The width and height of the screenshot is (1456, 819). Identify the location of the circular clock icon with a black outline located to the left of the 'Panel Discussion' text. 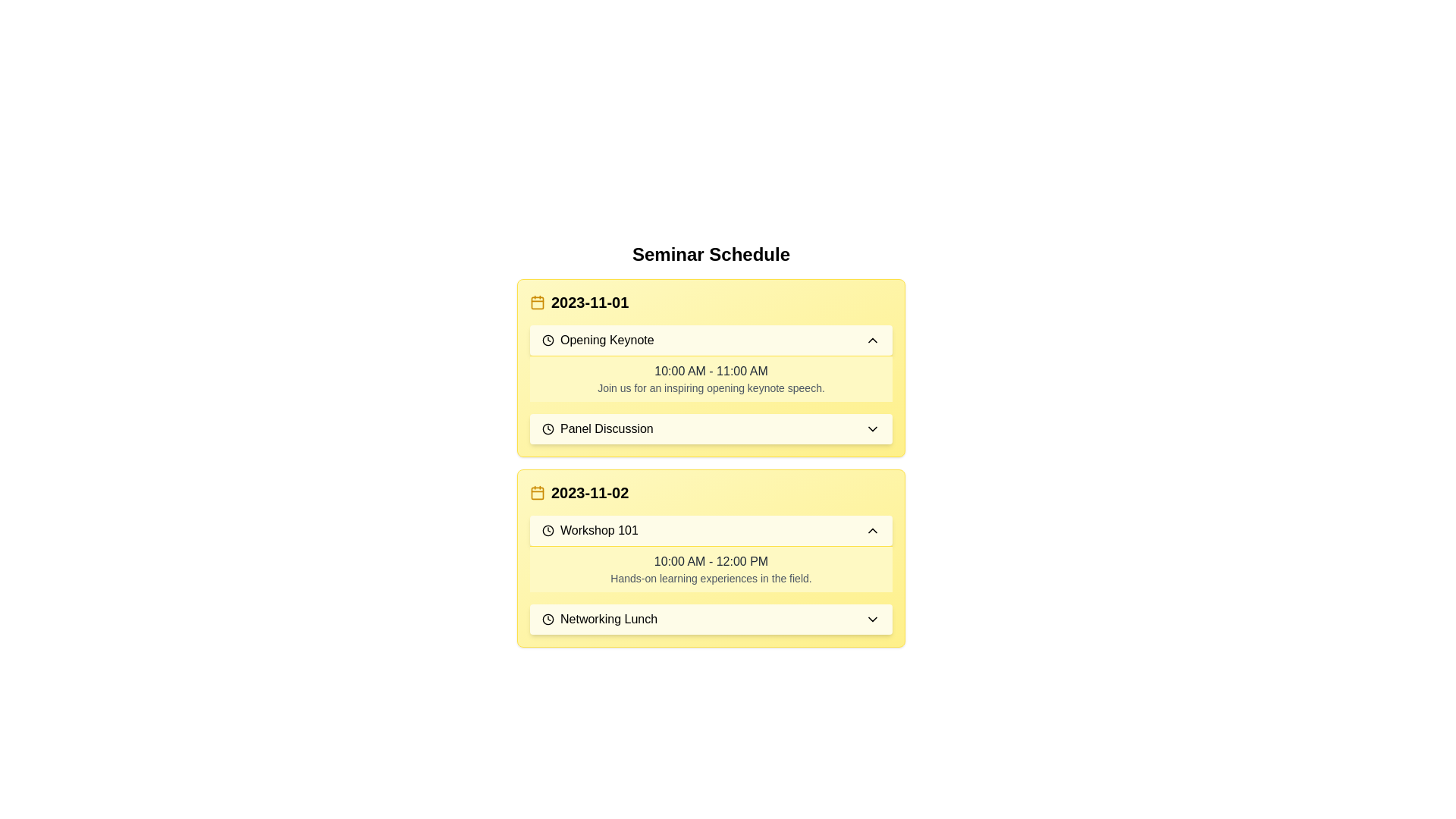
(548, 429).